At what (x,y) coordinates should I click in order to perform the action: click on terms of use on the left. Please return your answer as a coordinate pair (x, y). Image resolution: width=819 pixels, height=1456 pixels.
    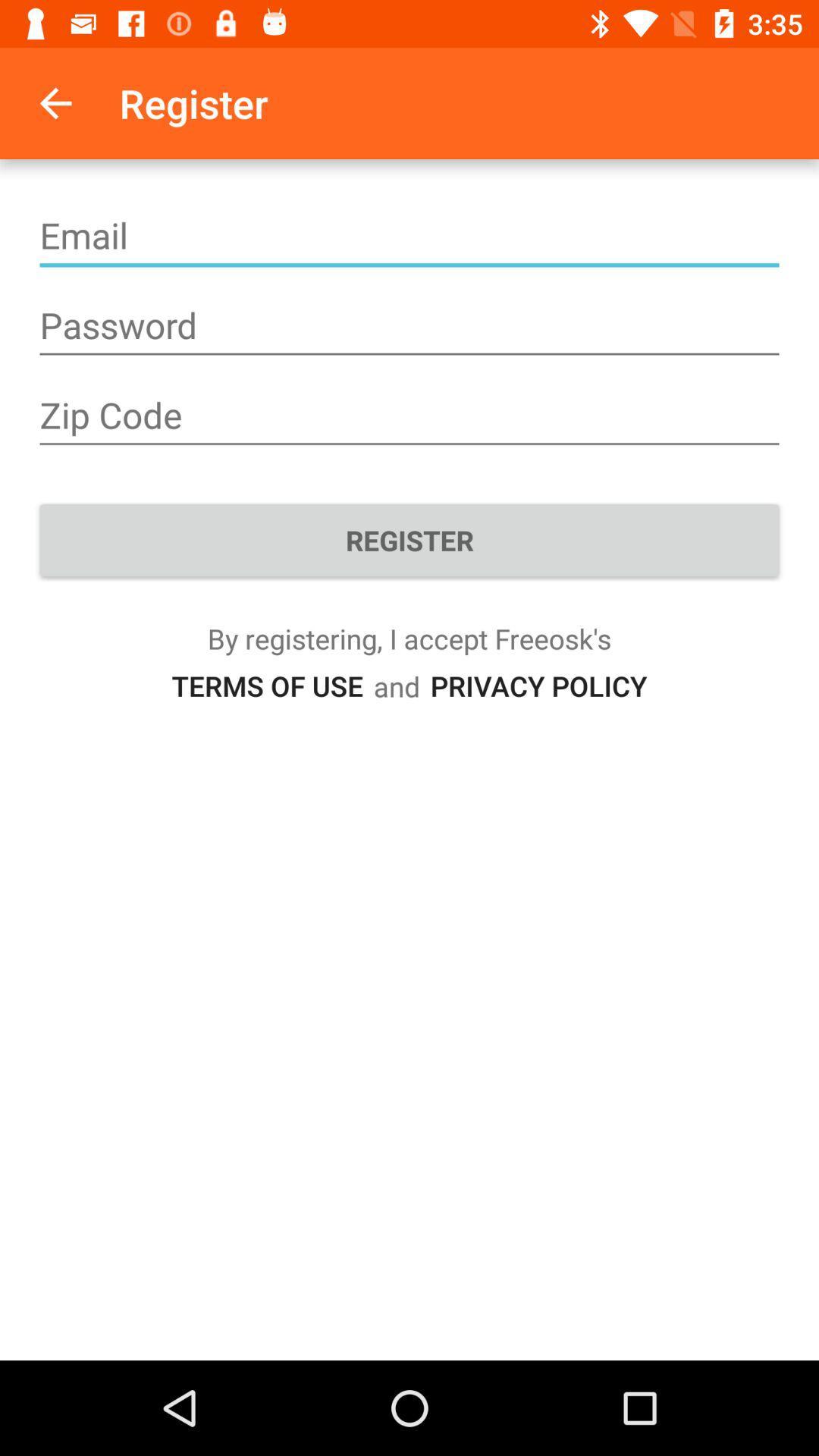
    Looking at the image, I should click on (266, 685).